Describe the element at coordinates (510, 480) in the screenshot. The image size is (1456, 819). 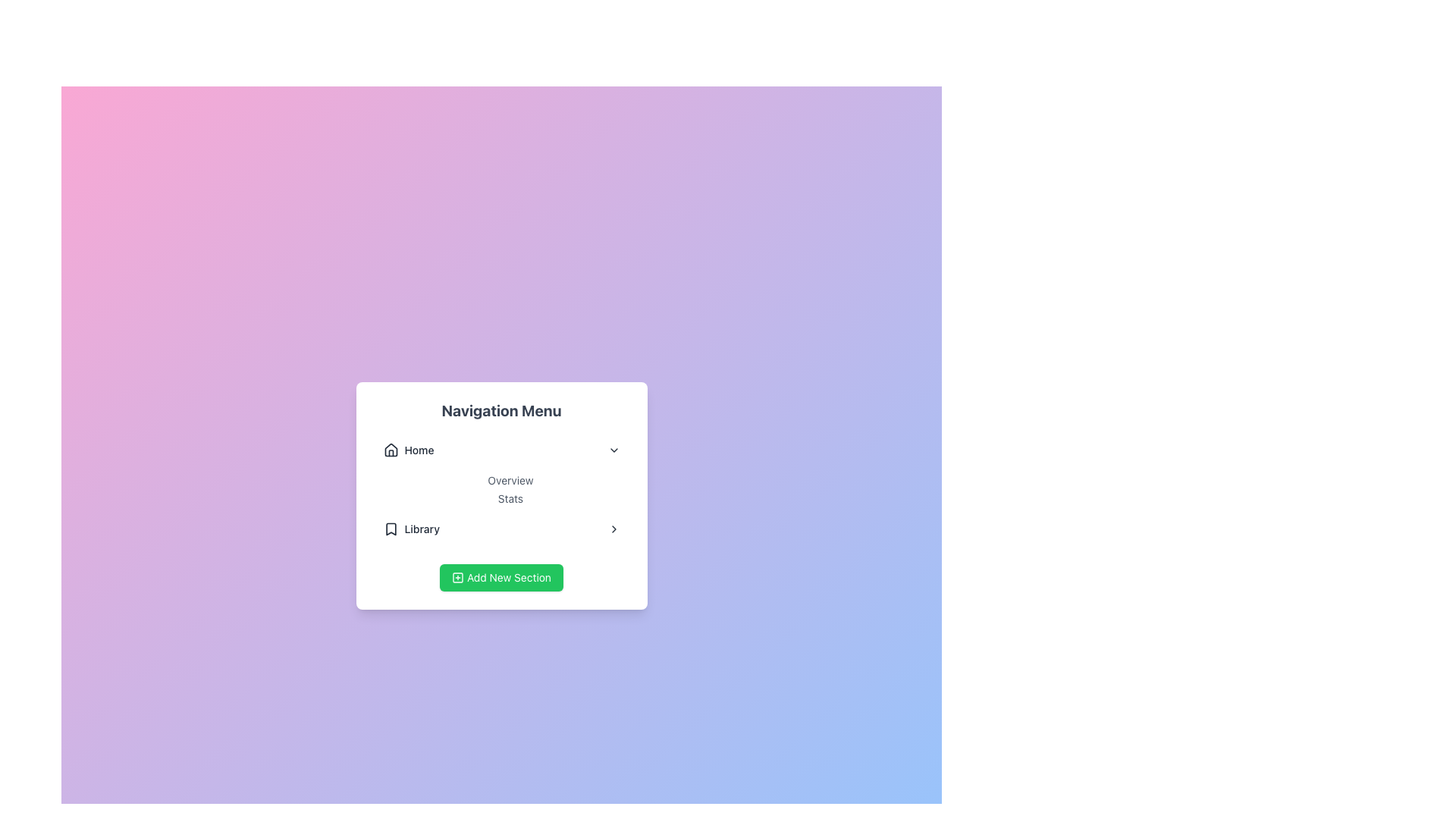
I see `the 'Overview' section in the navigation menu, which is the first item in a vertical list of two items ('Overview' and 'Stats')` at that location.